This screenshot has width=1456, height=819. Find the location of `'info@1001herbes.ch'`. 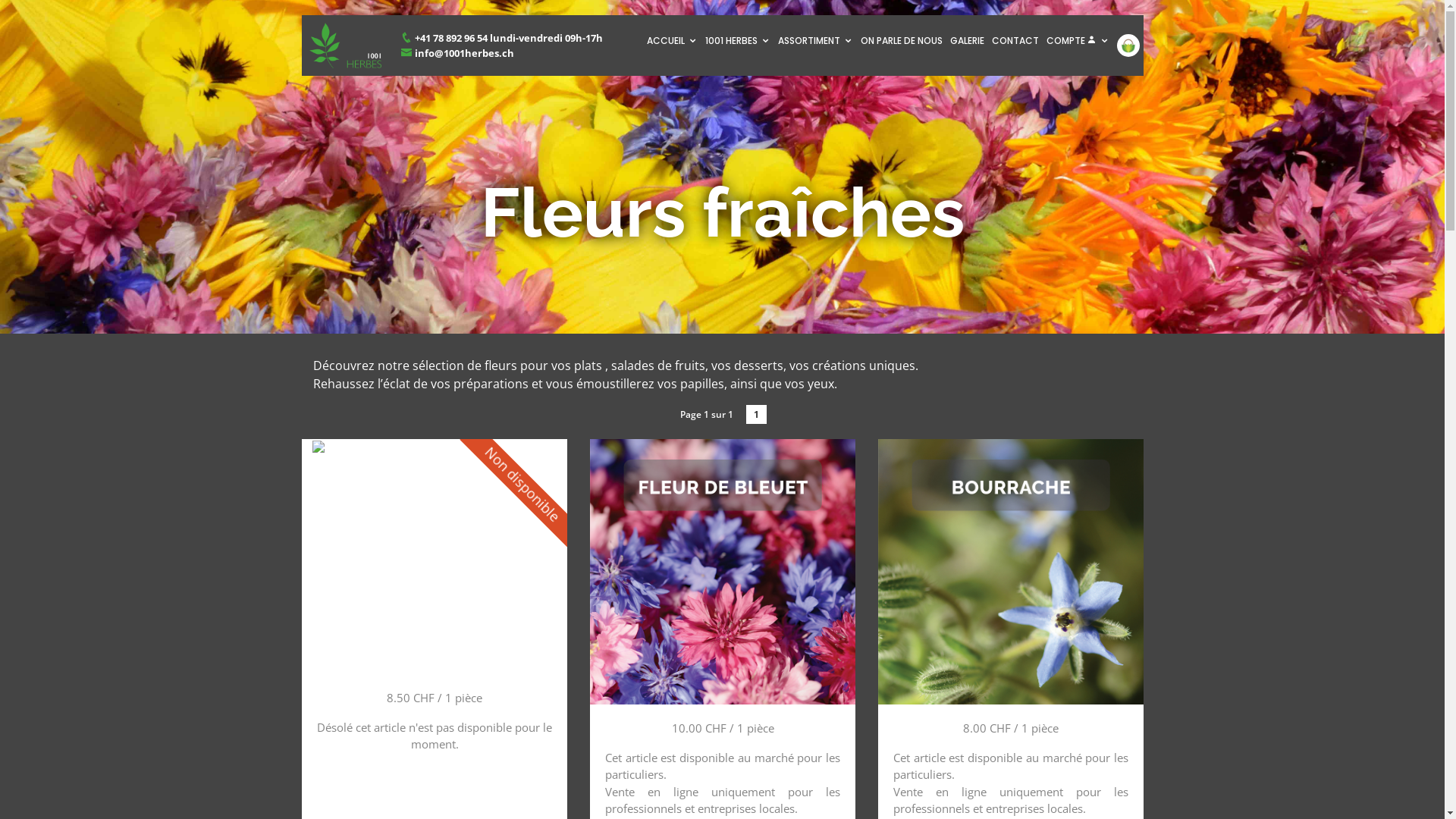

'info@1001herbes.ch' is located at coordinates (457, 52).